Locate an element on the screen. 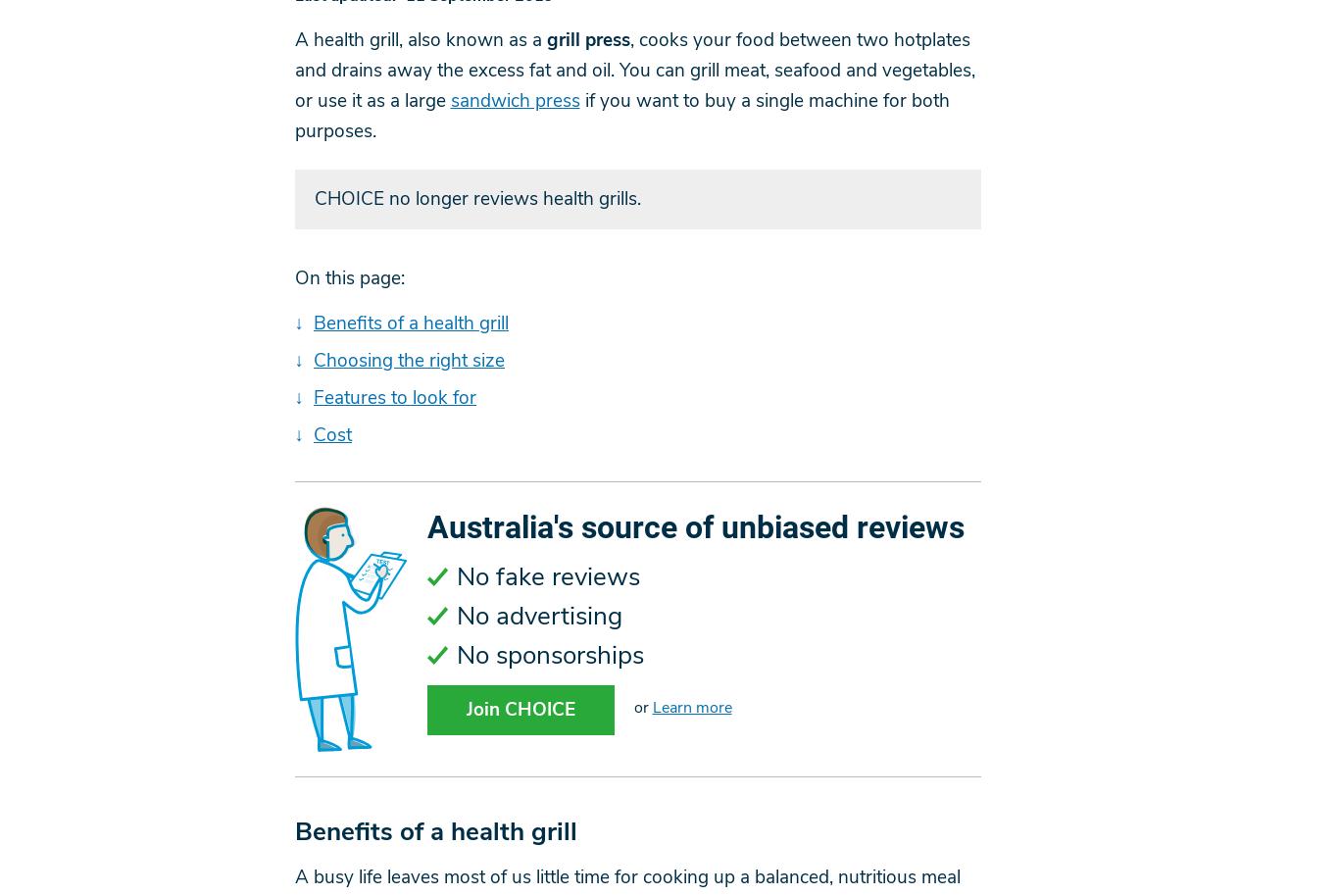 Image resolution: width=1339 pixels, height=896 pixels. 'No advertising' is located at coordinates (455, 615).